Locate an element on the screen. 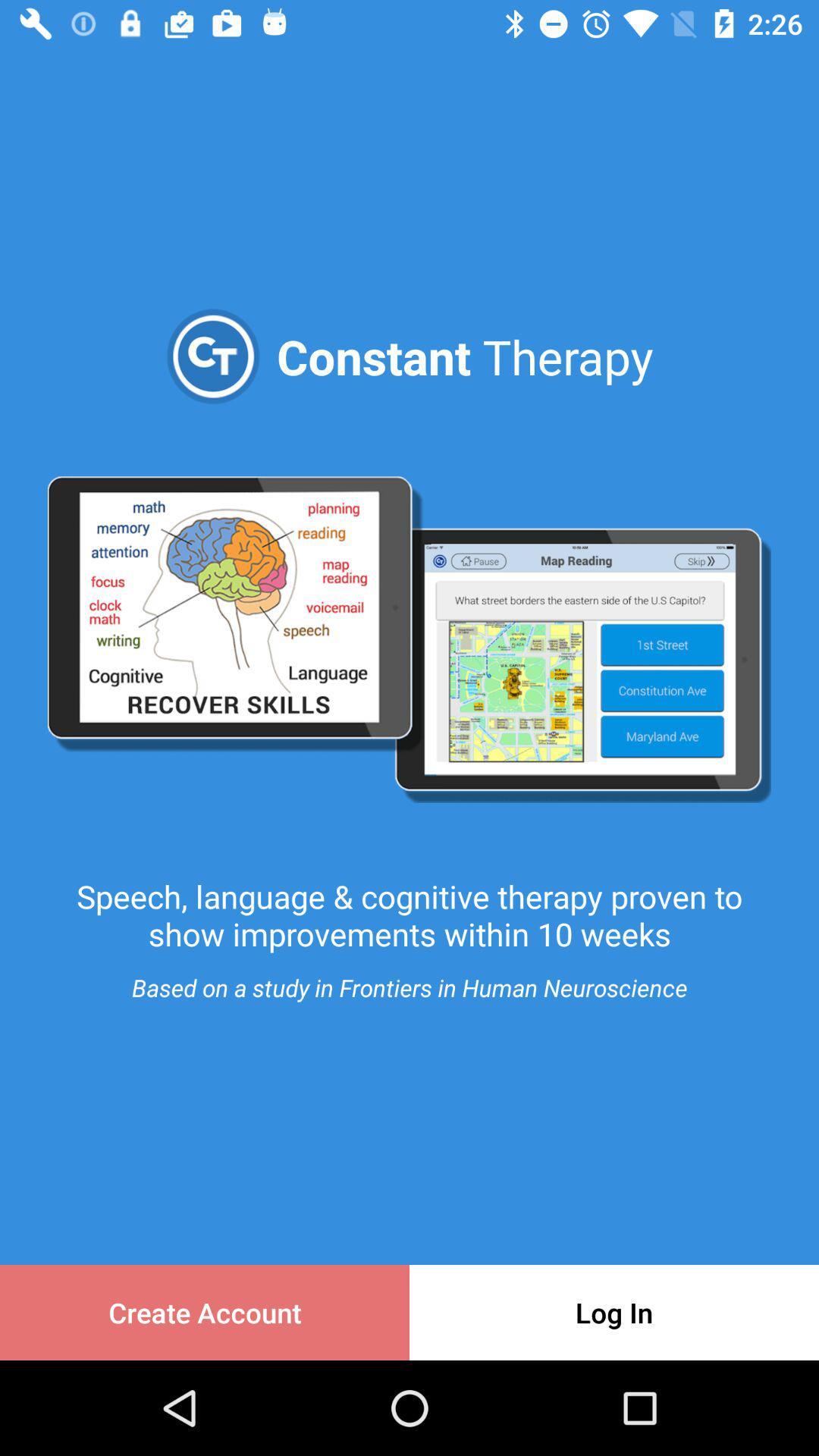  the icon to the left of the log in is located at coordinates (205, 1312).